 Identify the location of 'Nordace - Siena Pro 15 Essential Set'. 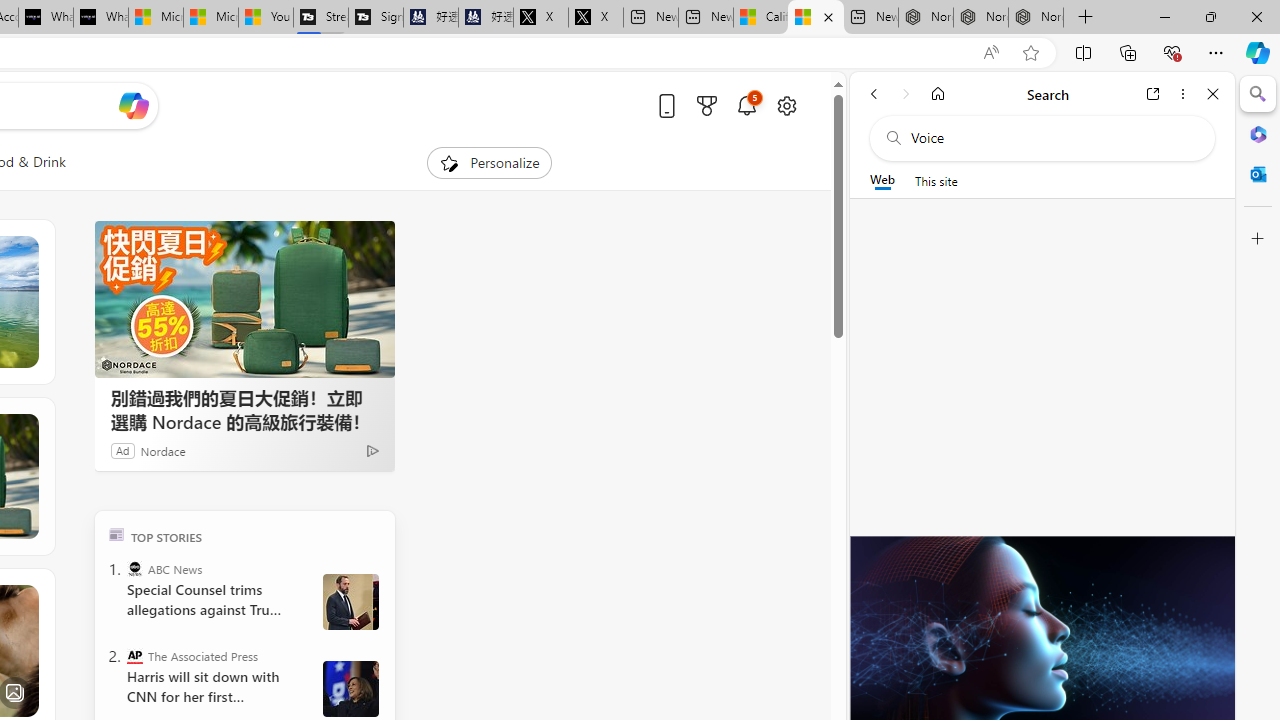
(1036, 17).